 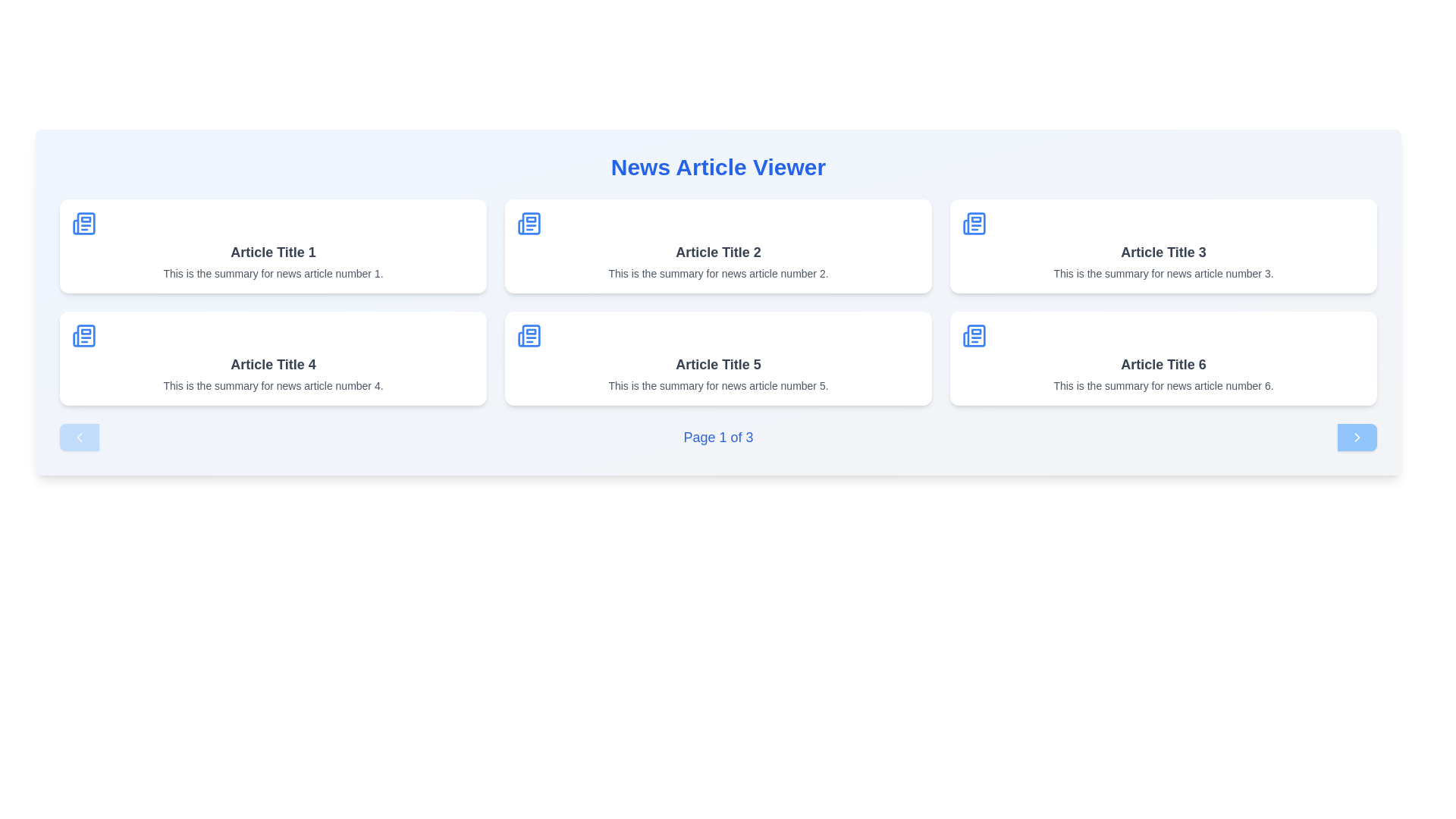 What do you see at coordinates (529, 223) in the screenshot?
I see `the icon representing the news article titled 'Article Title 2', located in the middle column of the top row` at bounding box center [529, 223].